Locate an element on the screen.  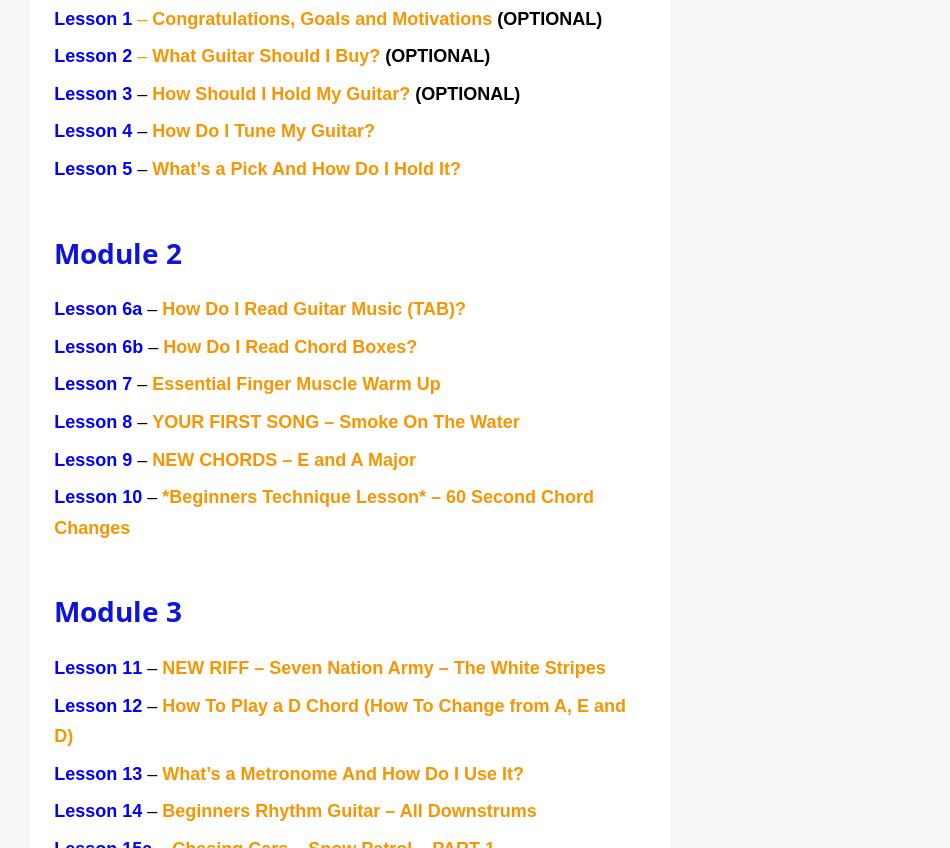
'Lesson 2' is located at coordinates (95, 58).